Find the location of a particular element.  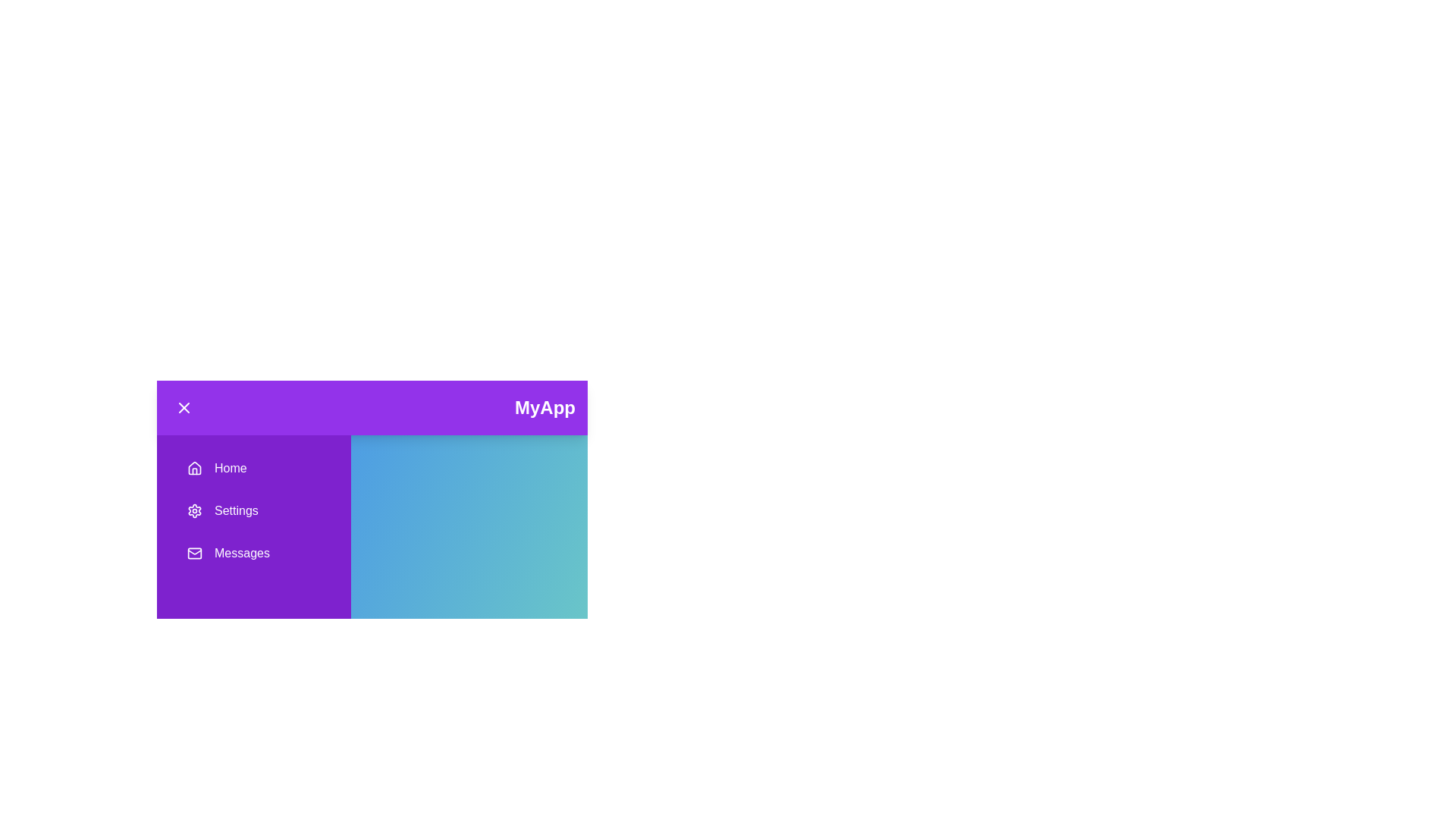

the 'Settings' option in the navigation menu is located at coordinates (254, 511).